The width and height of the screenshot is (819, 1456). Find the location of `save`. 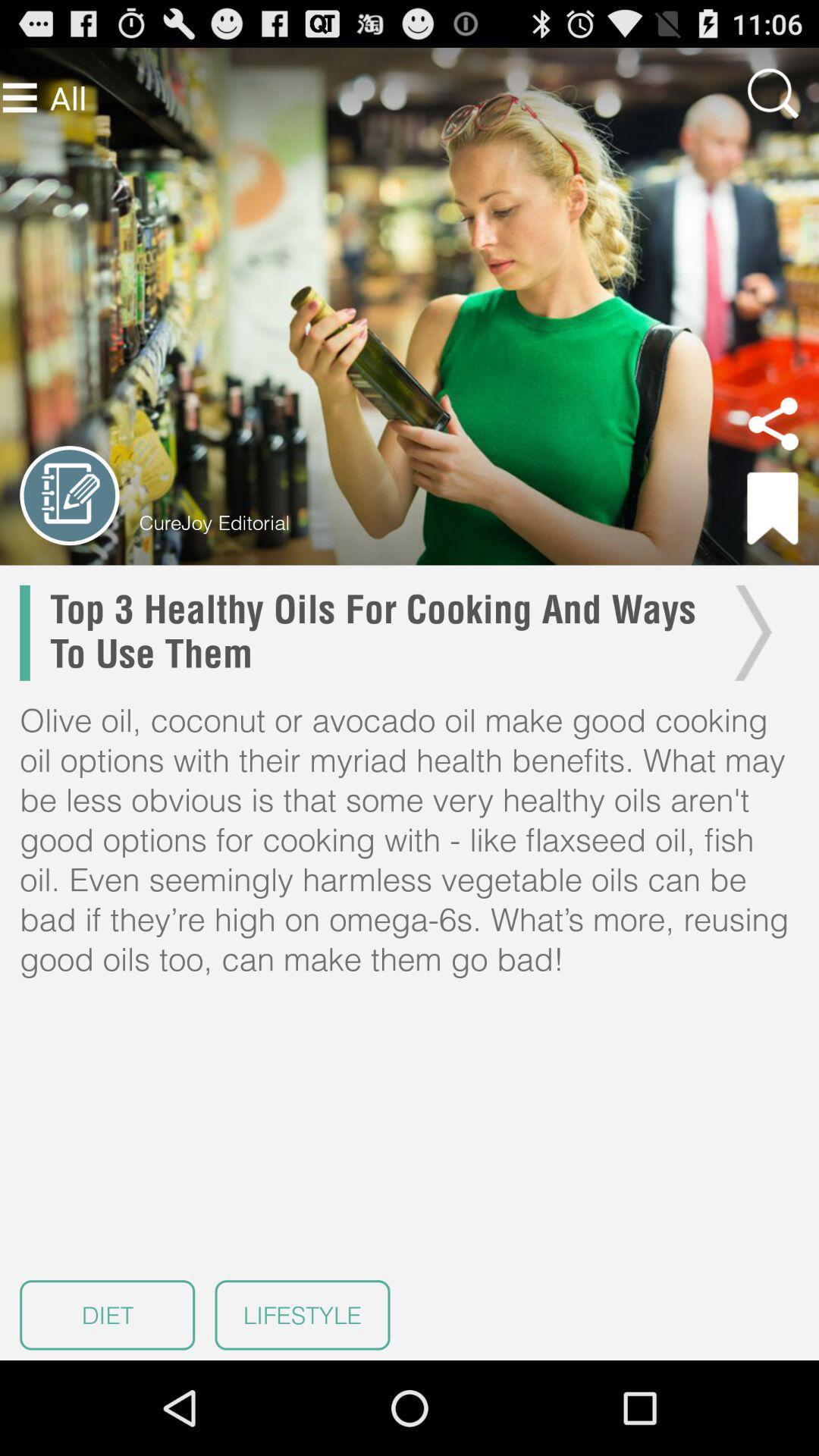

save is located at coordinates (773, 508).